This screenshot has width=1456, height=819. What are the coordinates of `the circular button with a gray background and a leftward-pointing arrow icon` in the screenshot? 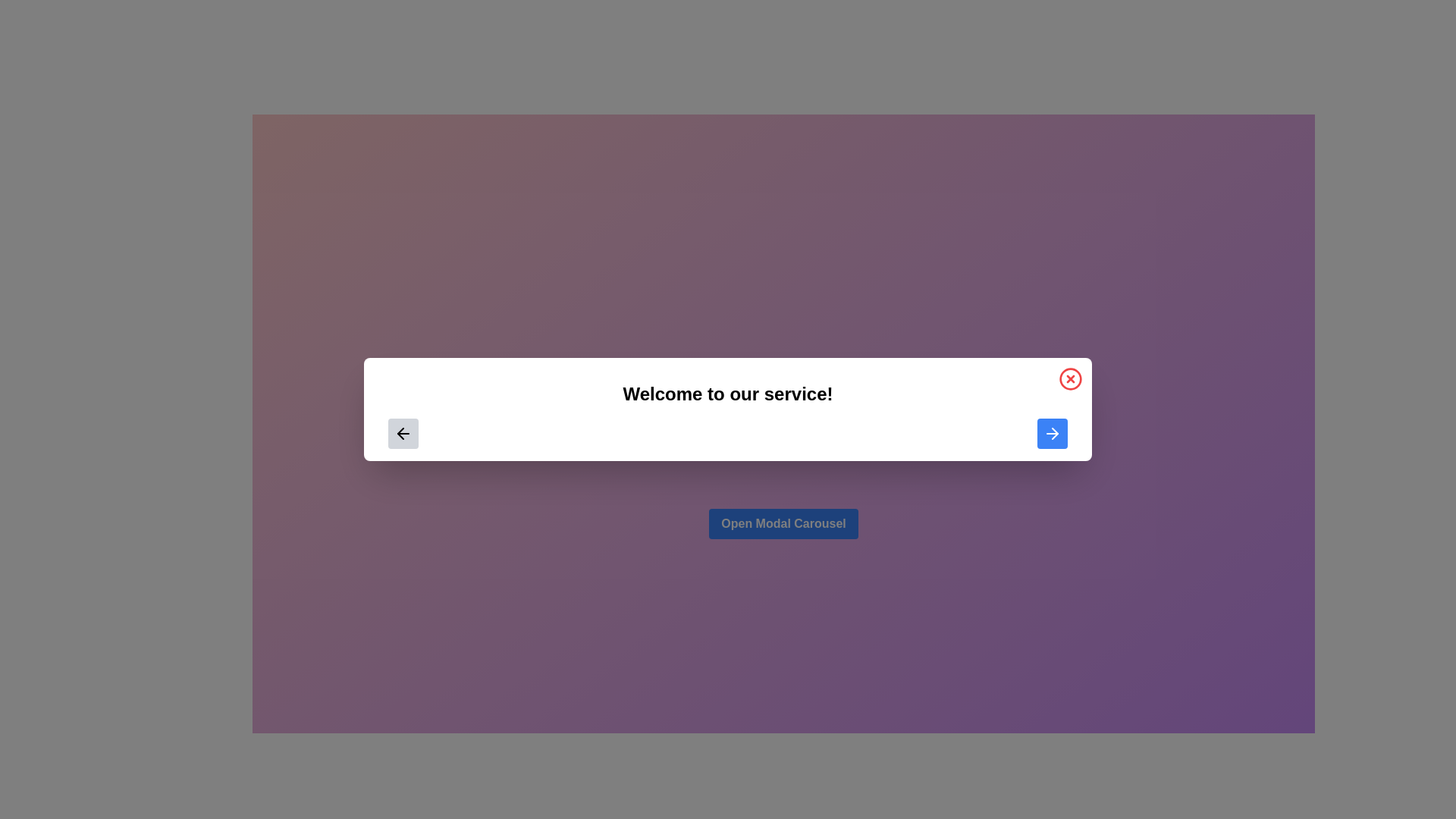 It's located at (403, 433).